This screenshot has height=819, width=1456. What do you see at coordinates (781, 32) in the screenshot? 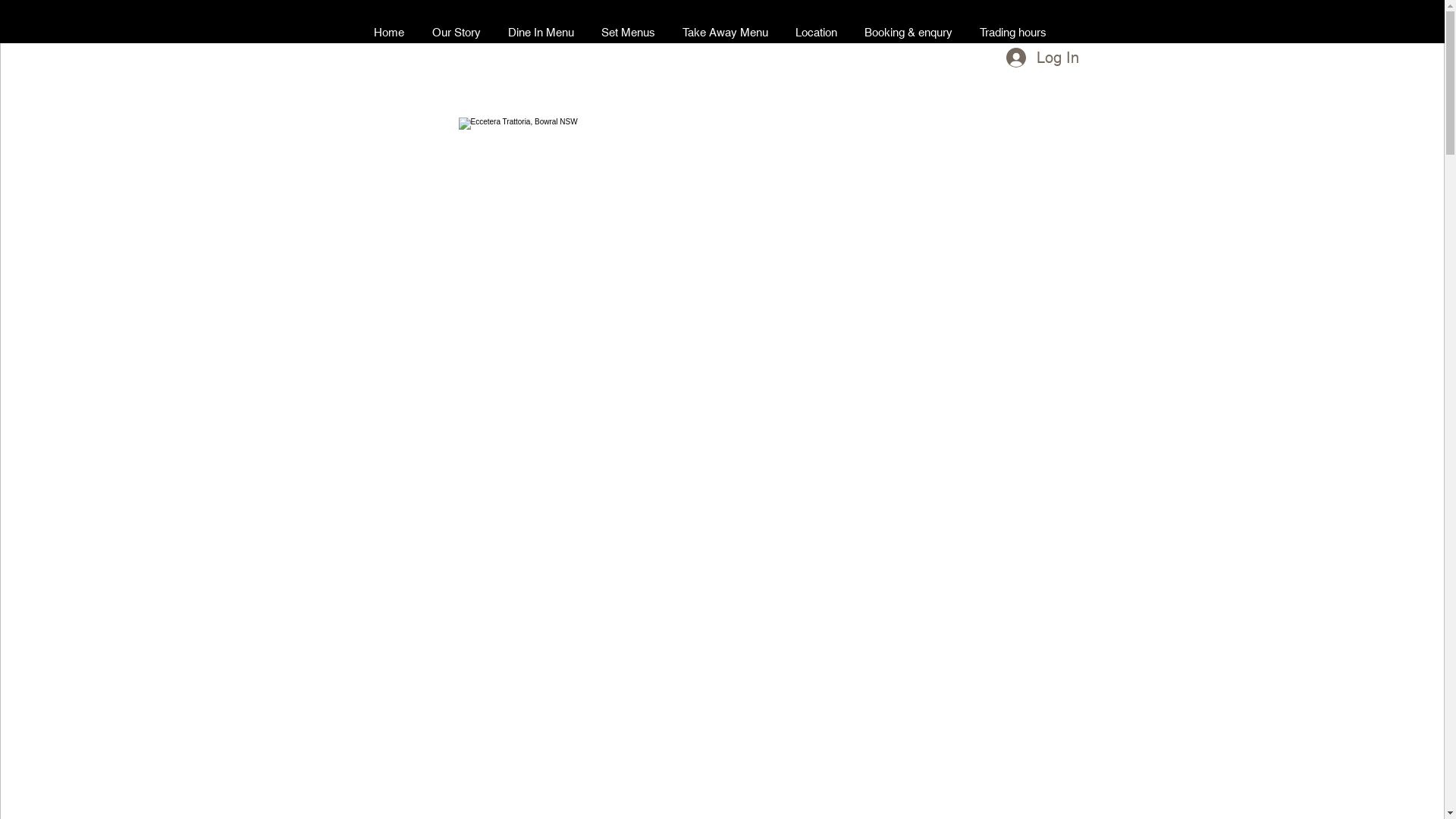
I see `'Location'` at bounding box center [781, 32].